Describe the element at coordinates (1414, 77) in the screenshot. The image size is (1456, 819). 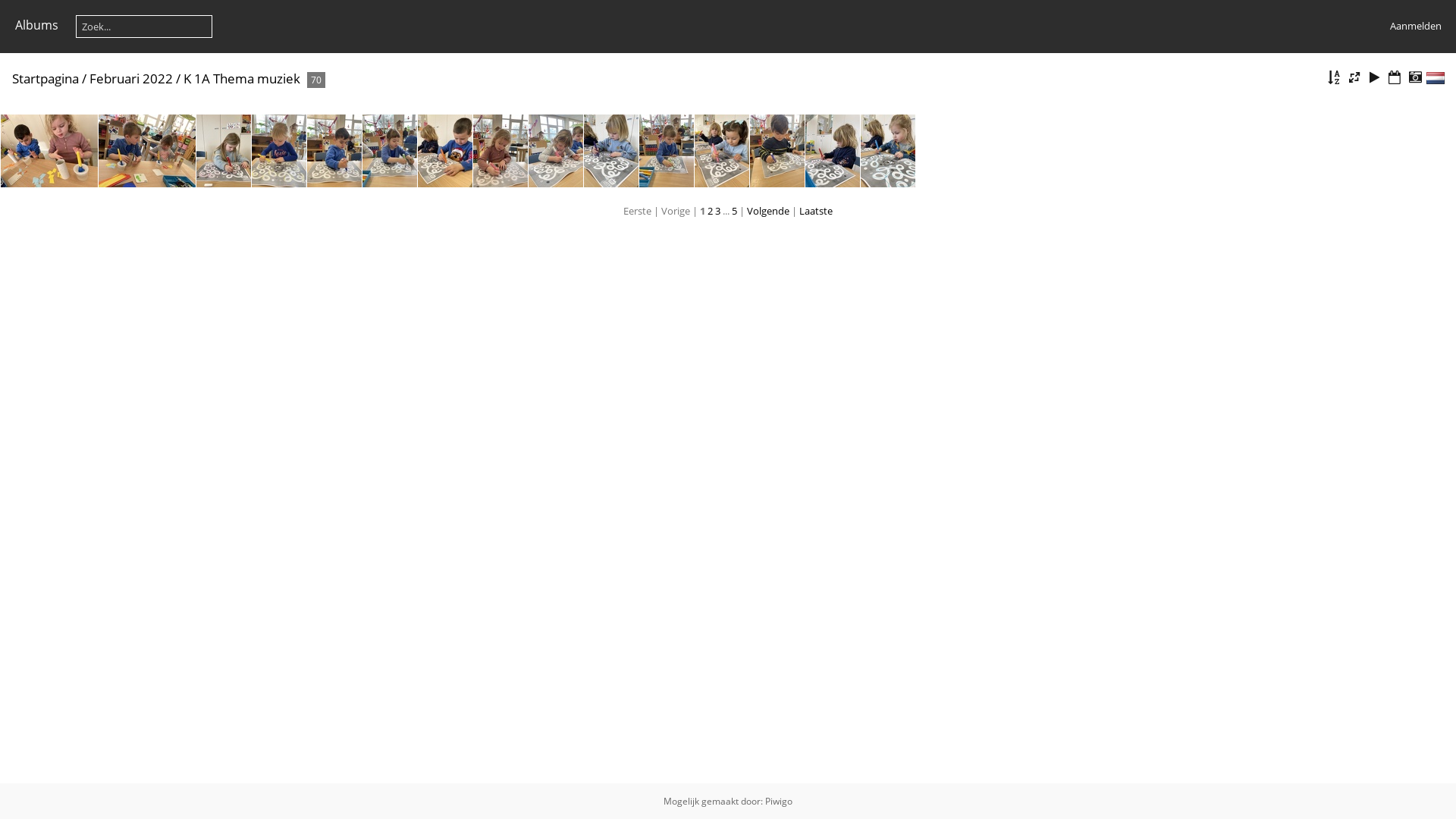
I see `'Toon een kalender, ingedeeld op aanmaakdatum'` at that location.